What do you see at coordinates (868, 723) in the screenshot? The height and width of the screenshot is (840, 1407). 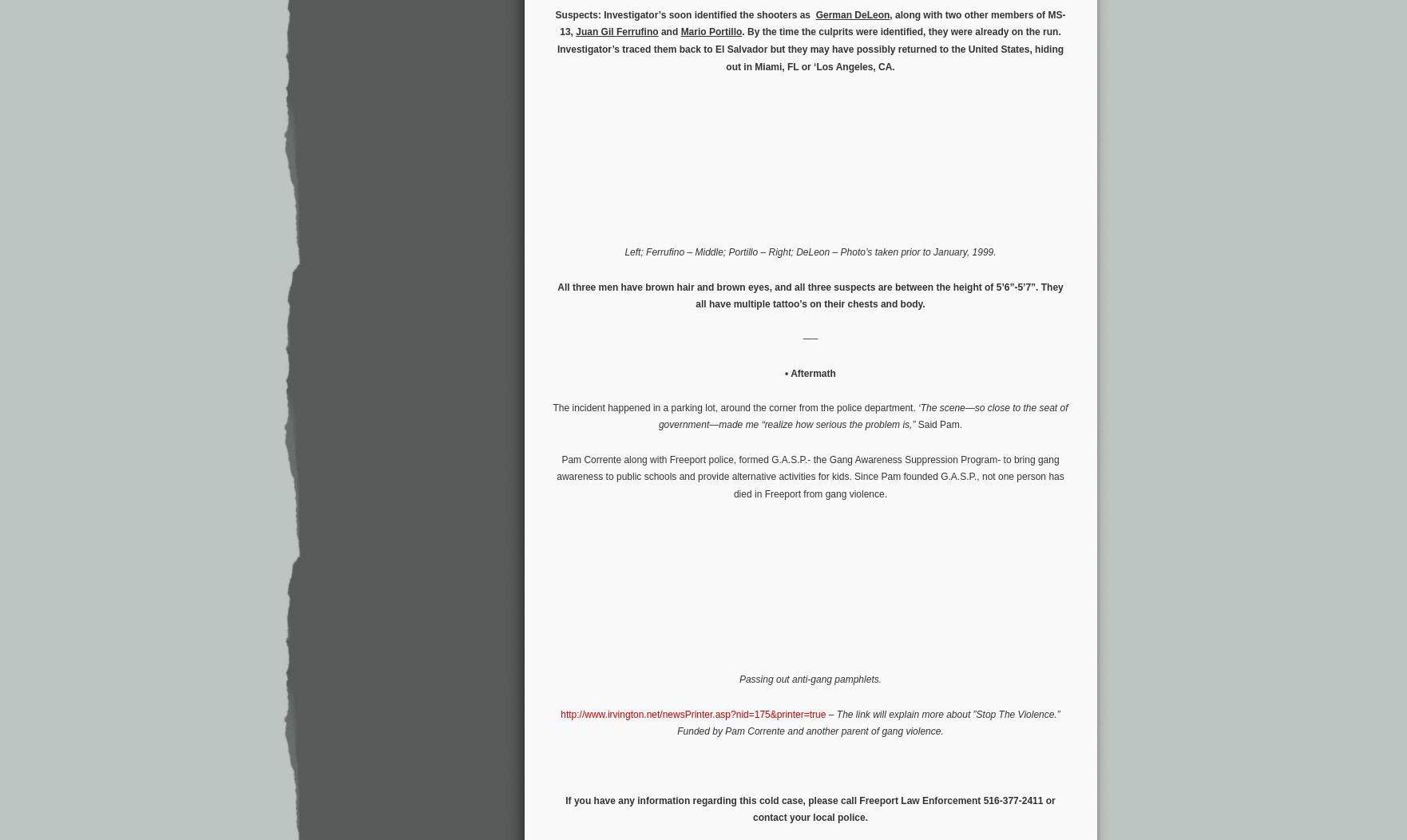 I see `'The link will explain more about ”Stop The Violence.” Funded by Pam Corrente and another parent of gang violence.'` at bounding box center [868, 723].